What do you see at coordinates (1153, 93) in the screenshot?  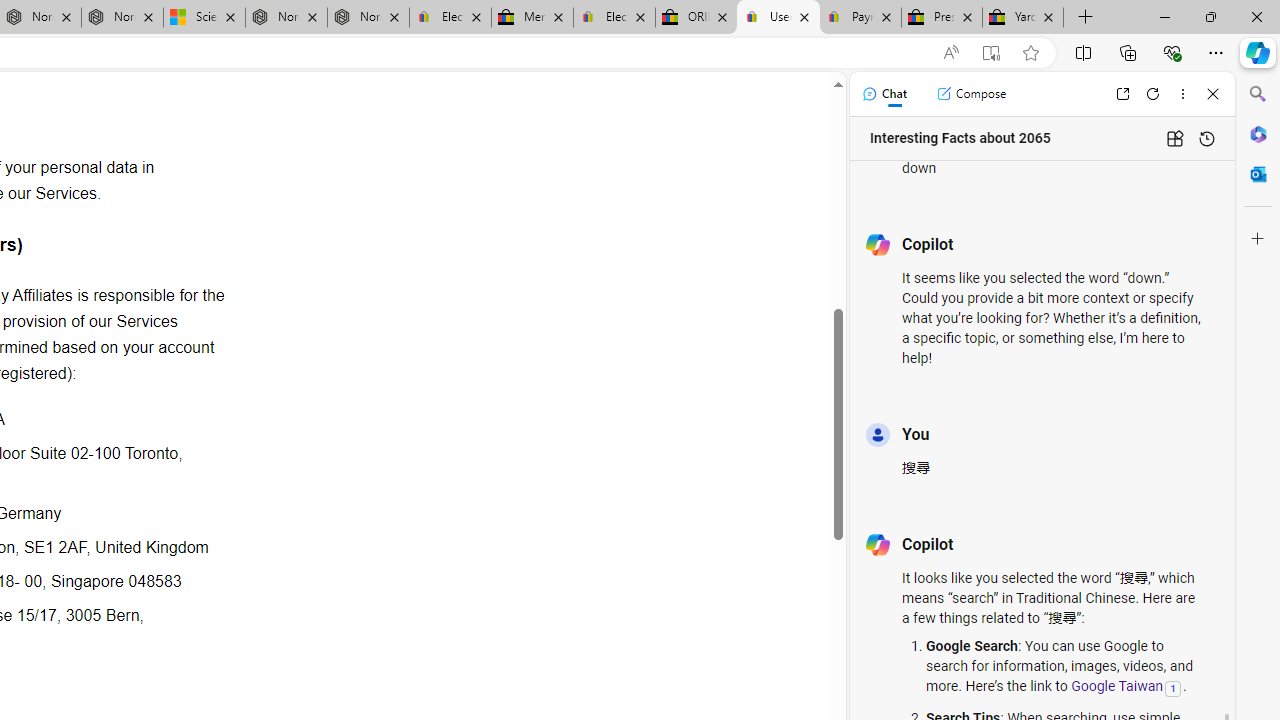 I see `'Refresh'` at bounding box center [1153, 93].